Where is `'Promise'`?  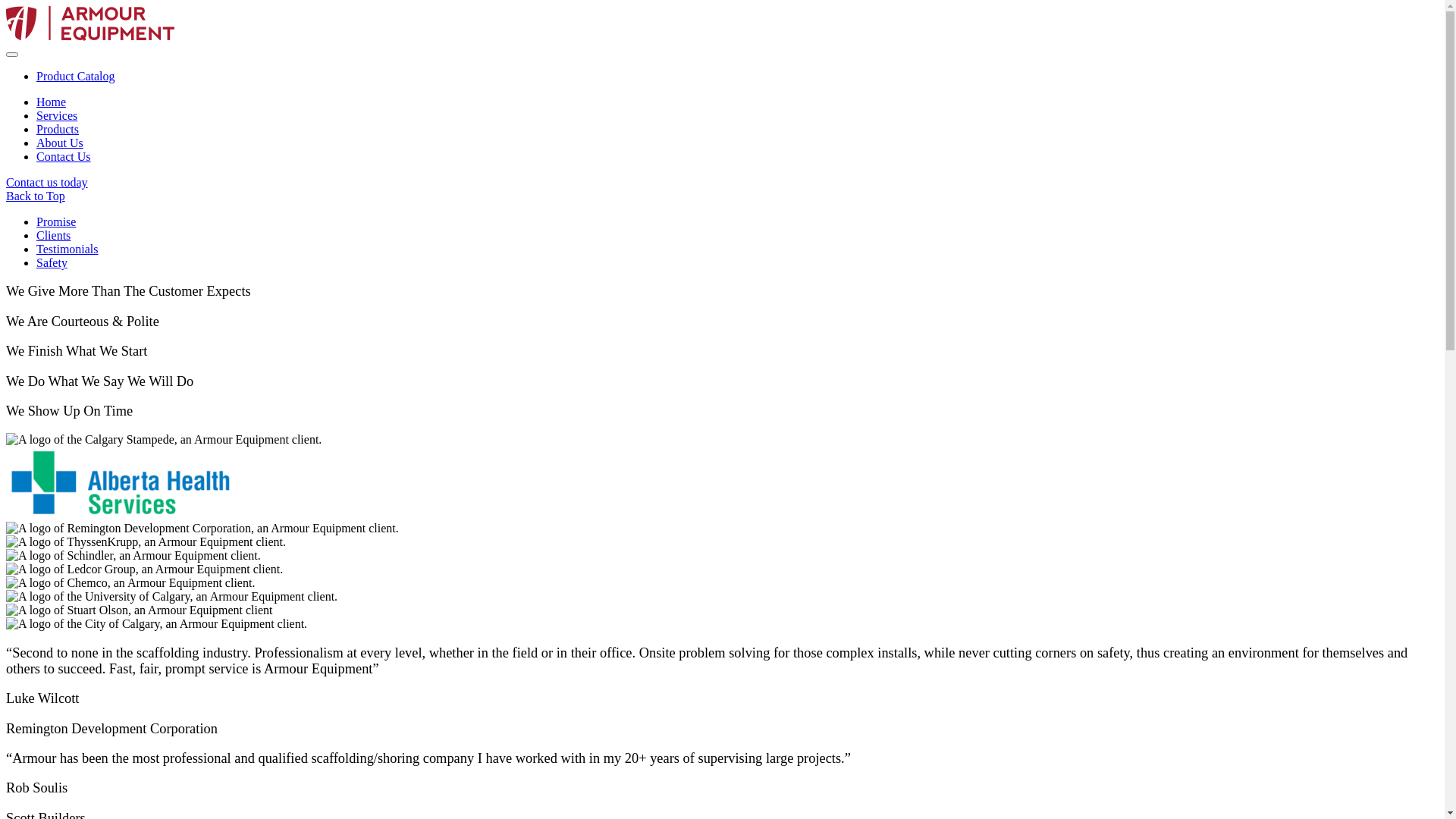 'Promise' is located at coordinates (36, 221).